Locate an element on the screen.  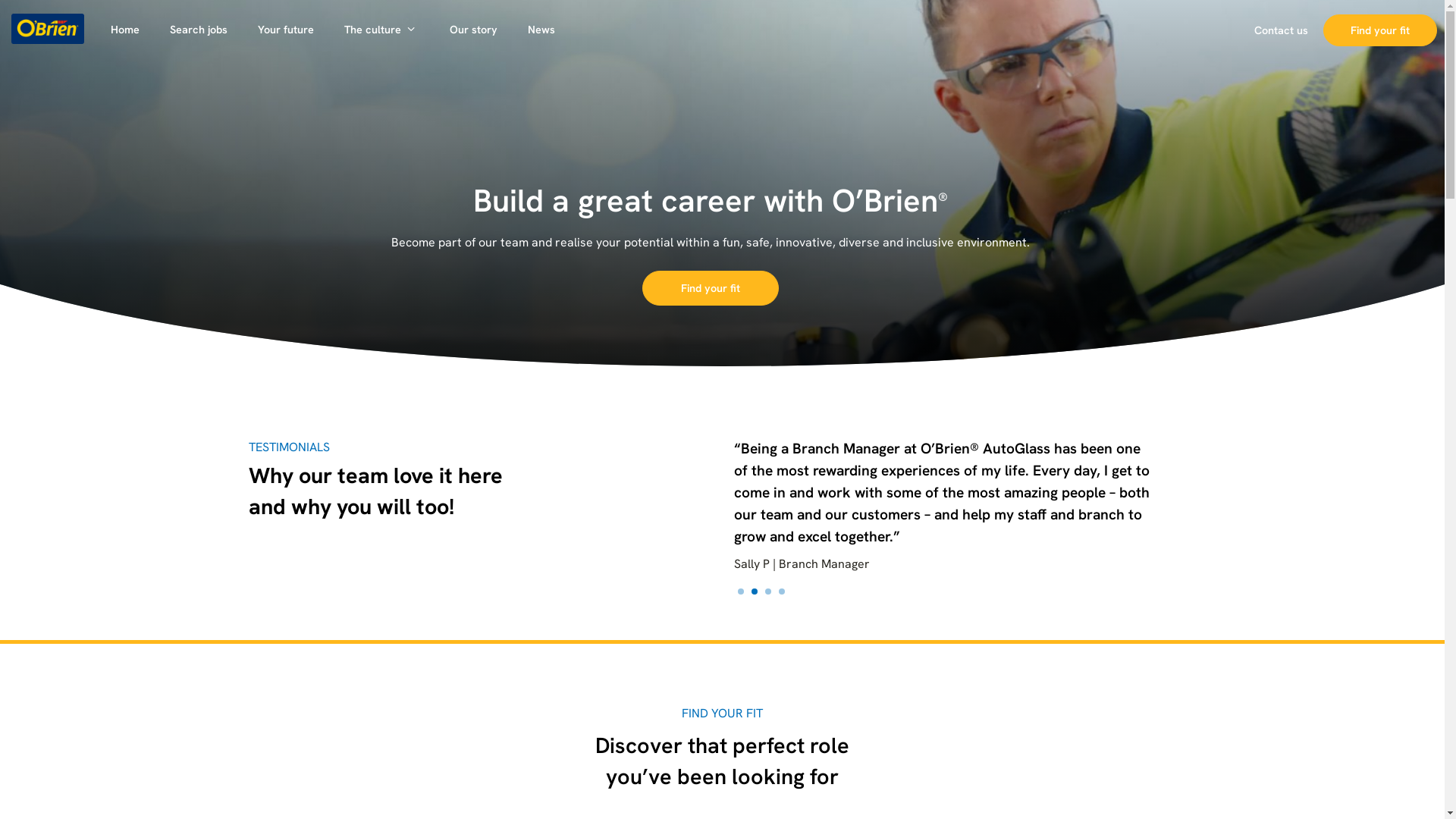
'3' is located at coordinates (767, 590).